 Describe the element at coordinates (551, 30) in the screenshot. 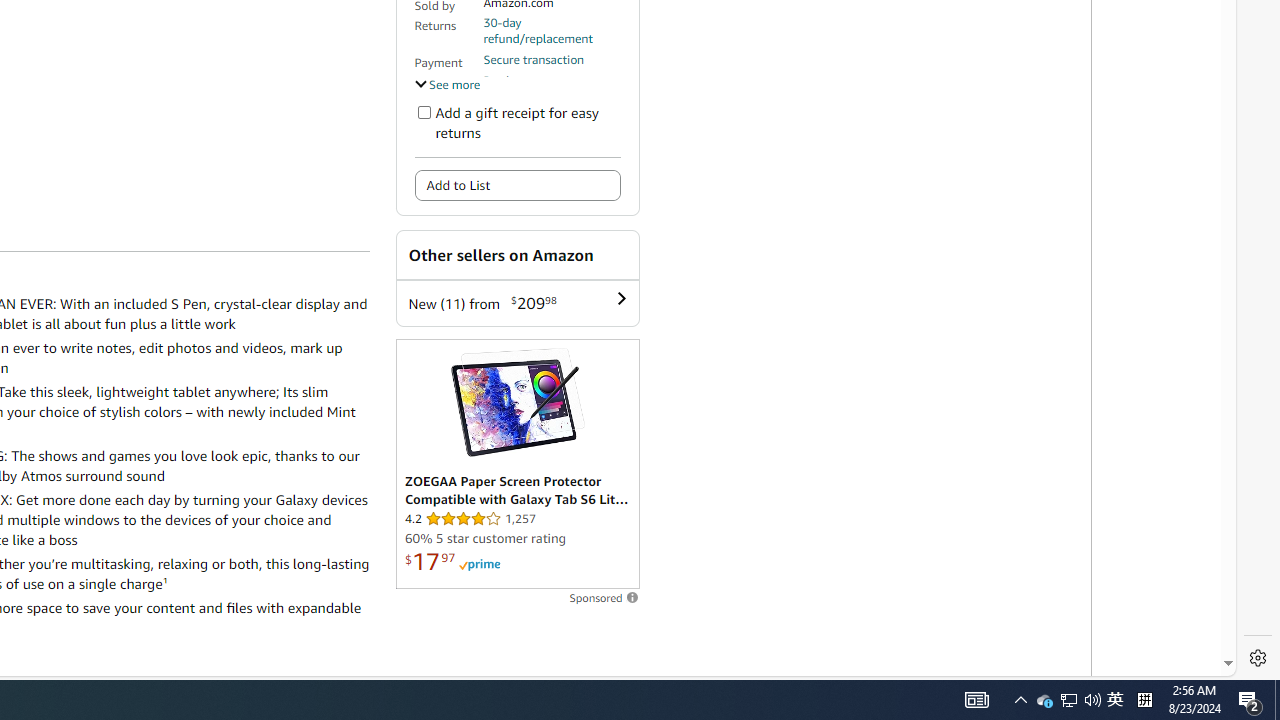

I see `'30-day refund/replacement'` at that location.